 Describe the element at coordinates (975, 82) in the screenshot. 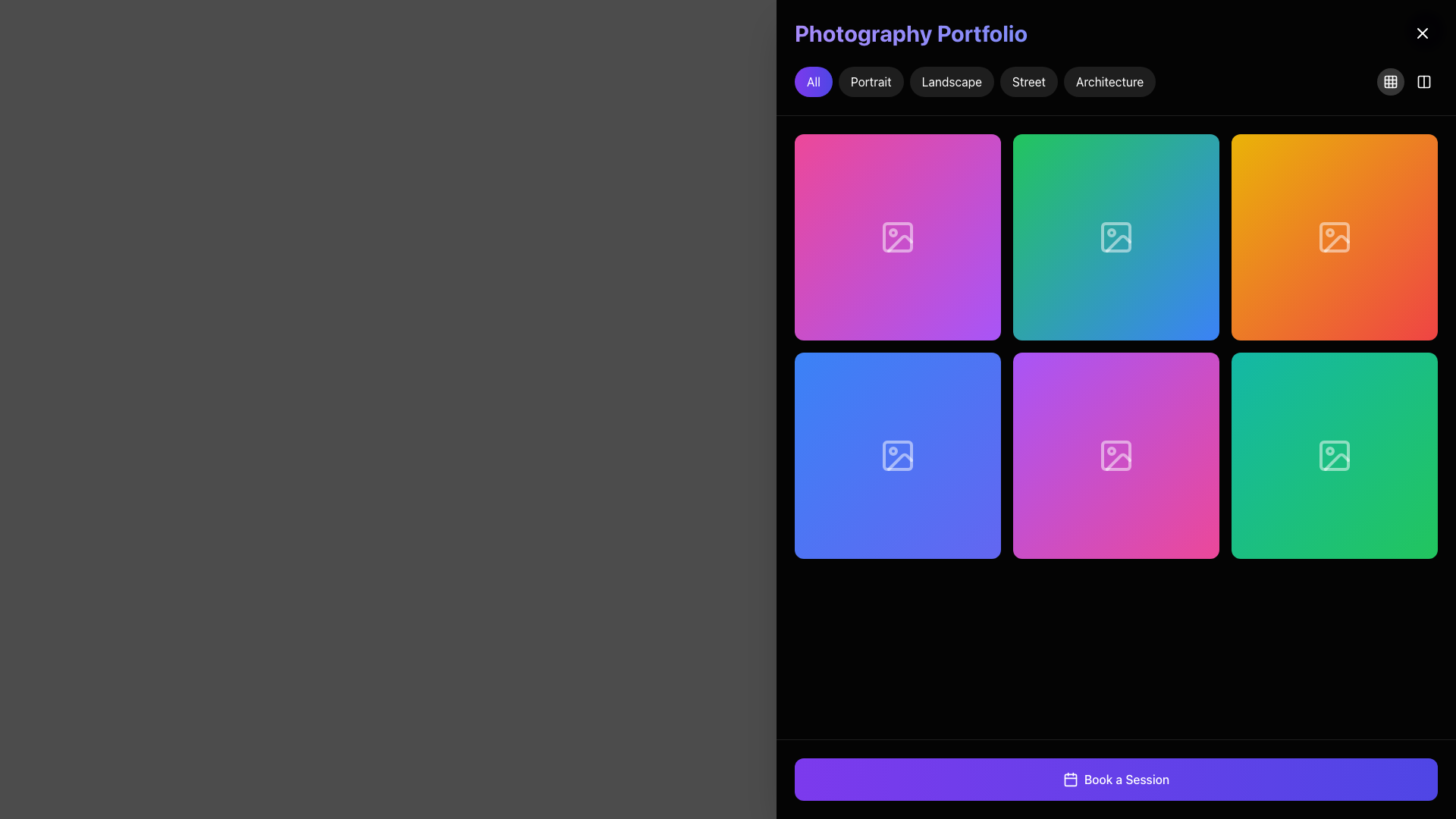

I see `the 'Landscape' button, which is a rectangular button with a dark background and white text, located below the title 'Photography Portfolio'` at that location.